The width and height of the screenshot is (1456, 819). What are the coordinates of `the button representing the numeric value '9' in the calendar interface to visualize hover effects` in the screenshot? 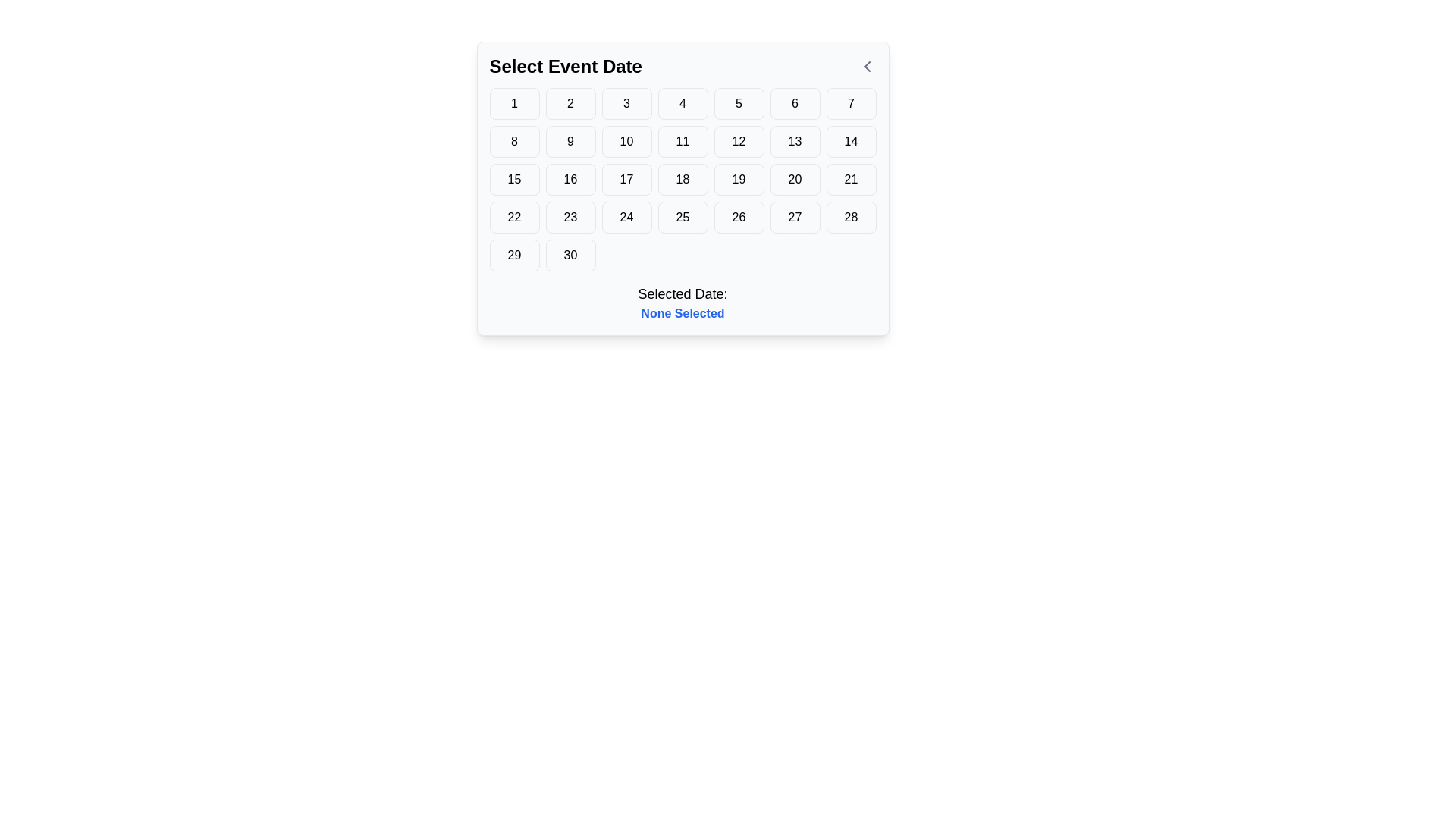 It's located at (570, 141).